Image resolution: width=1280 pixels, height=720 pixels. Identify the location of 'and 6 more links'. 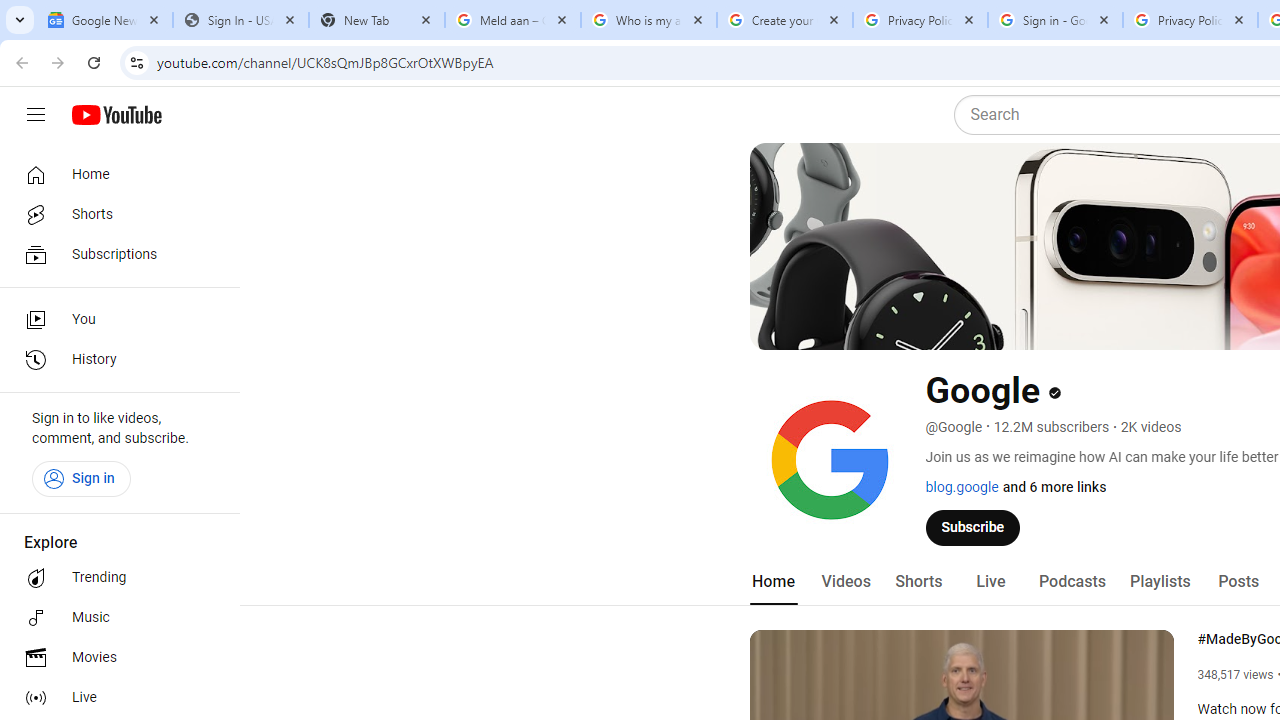
(1053, 487).